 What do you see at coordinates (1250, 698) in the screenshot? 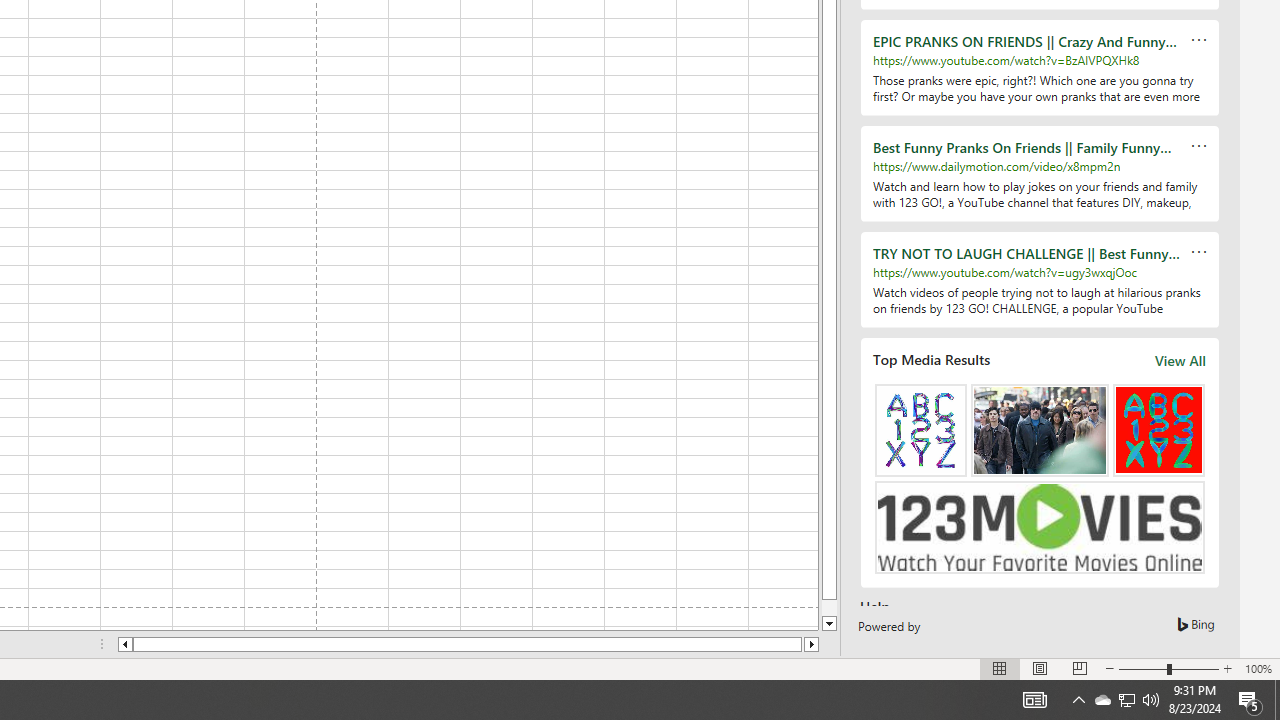
I see `'Action Center, 5 new notifications'` at bounding box center [1250, 698].